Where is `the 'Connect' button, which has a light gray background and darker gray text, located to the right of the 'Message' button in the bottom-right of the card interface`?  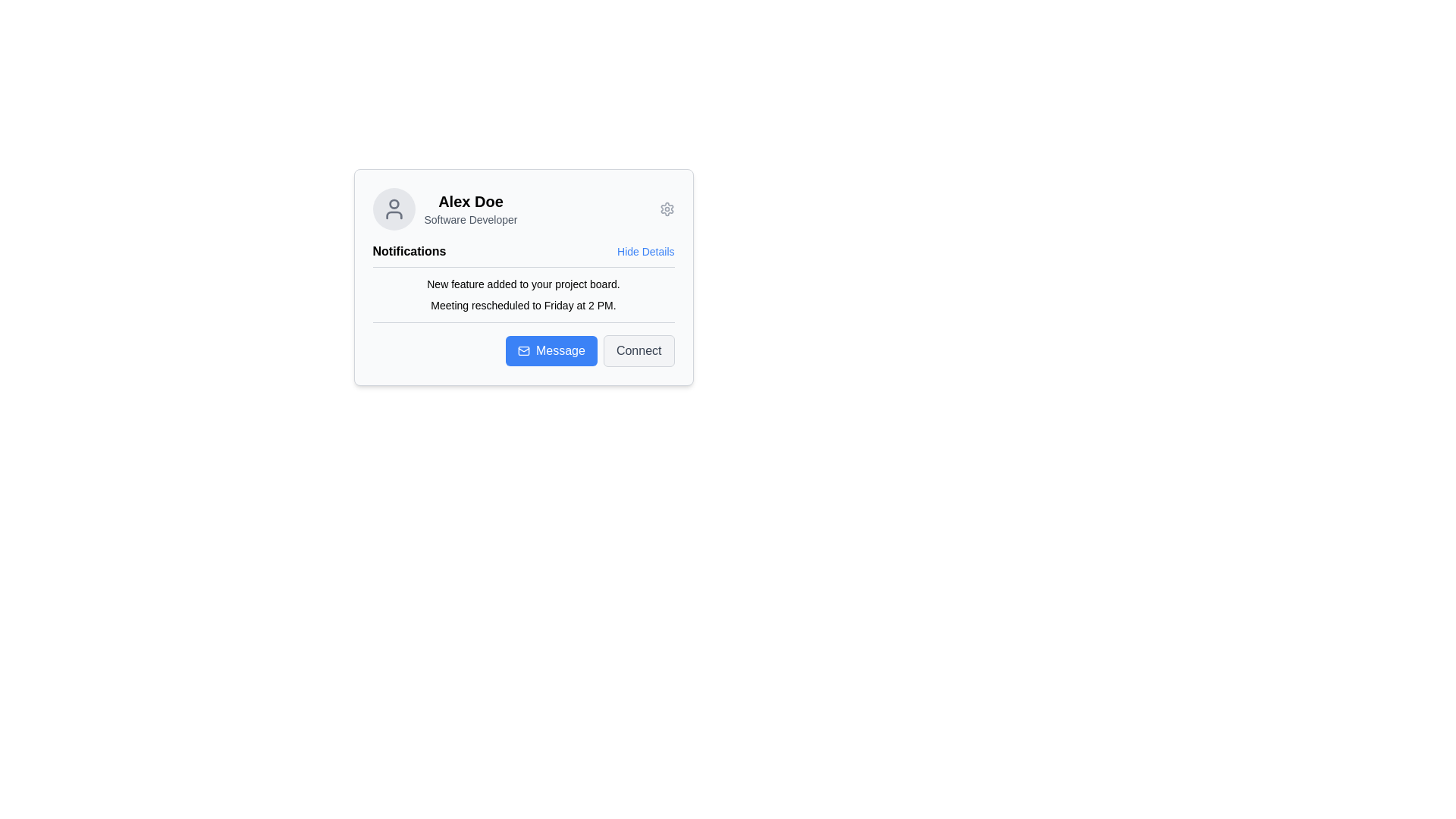 the 'Connect' button, which has a light gray background and darker gray text, located to the right of the 'Message' button in the bottom-right of the card interface is located at coordinates (639, 350).